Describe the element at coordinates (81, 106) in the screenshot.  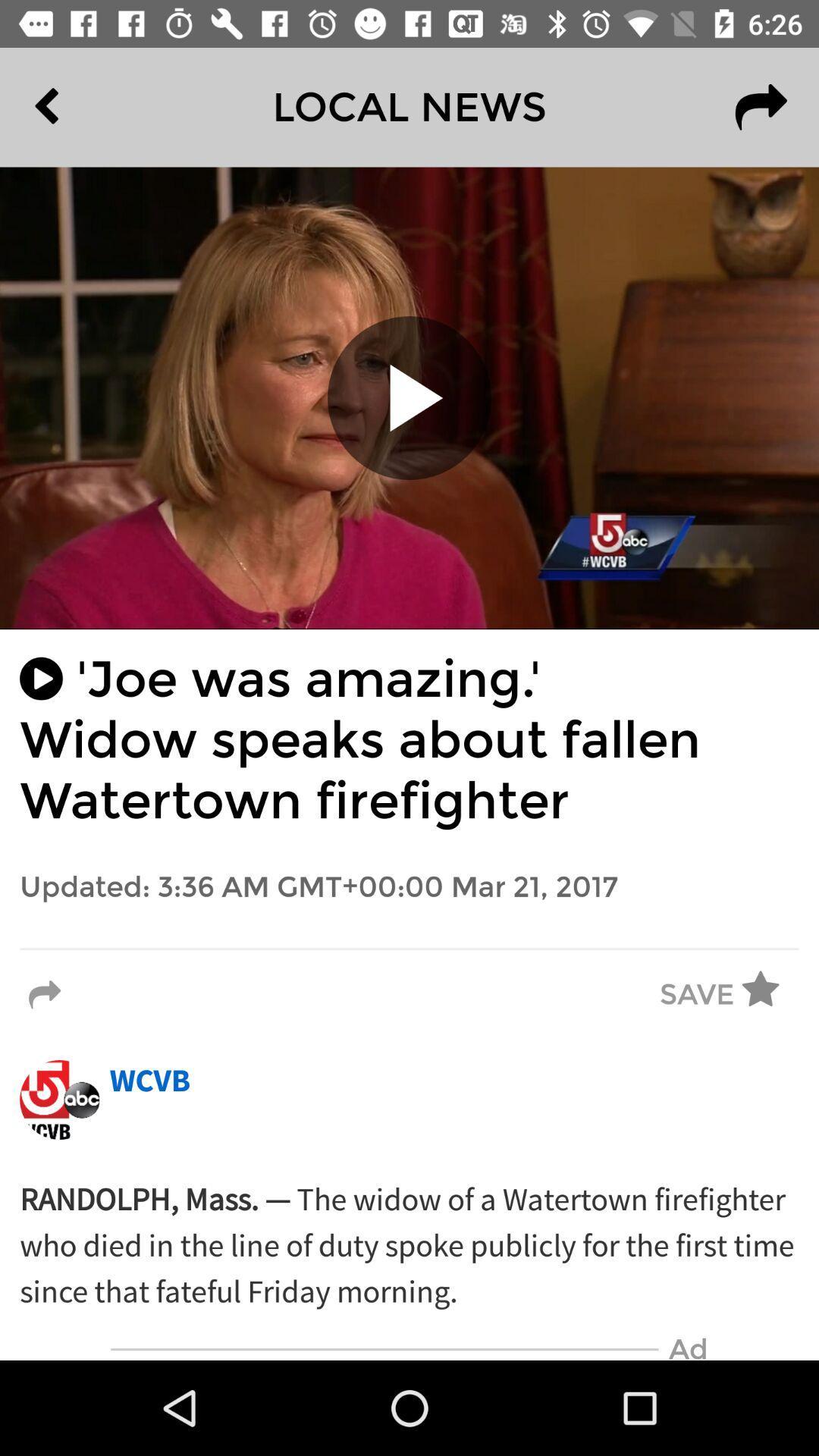
I see `item next to local news item` at that location.